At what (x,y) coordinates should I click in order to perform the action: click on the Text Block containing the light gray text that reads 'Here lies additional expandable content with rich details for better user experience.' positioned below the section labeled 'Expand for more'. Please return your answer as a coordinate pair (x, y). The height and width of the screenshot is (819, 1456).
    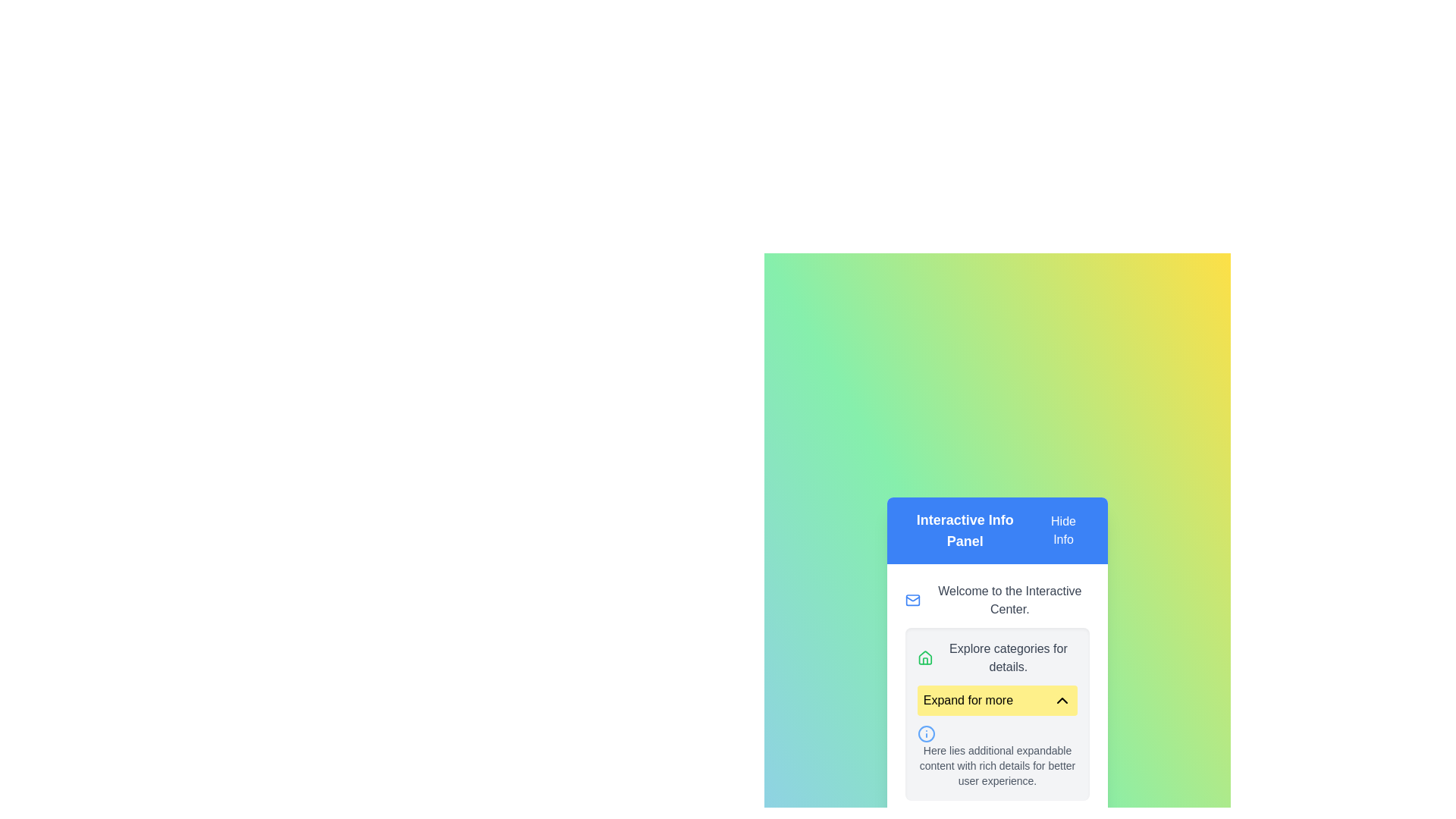
    Looking at the image, I should click on (997, 766).